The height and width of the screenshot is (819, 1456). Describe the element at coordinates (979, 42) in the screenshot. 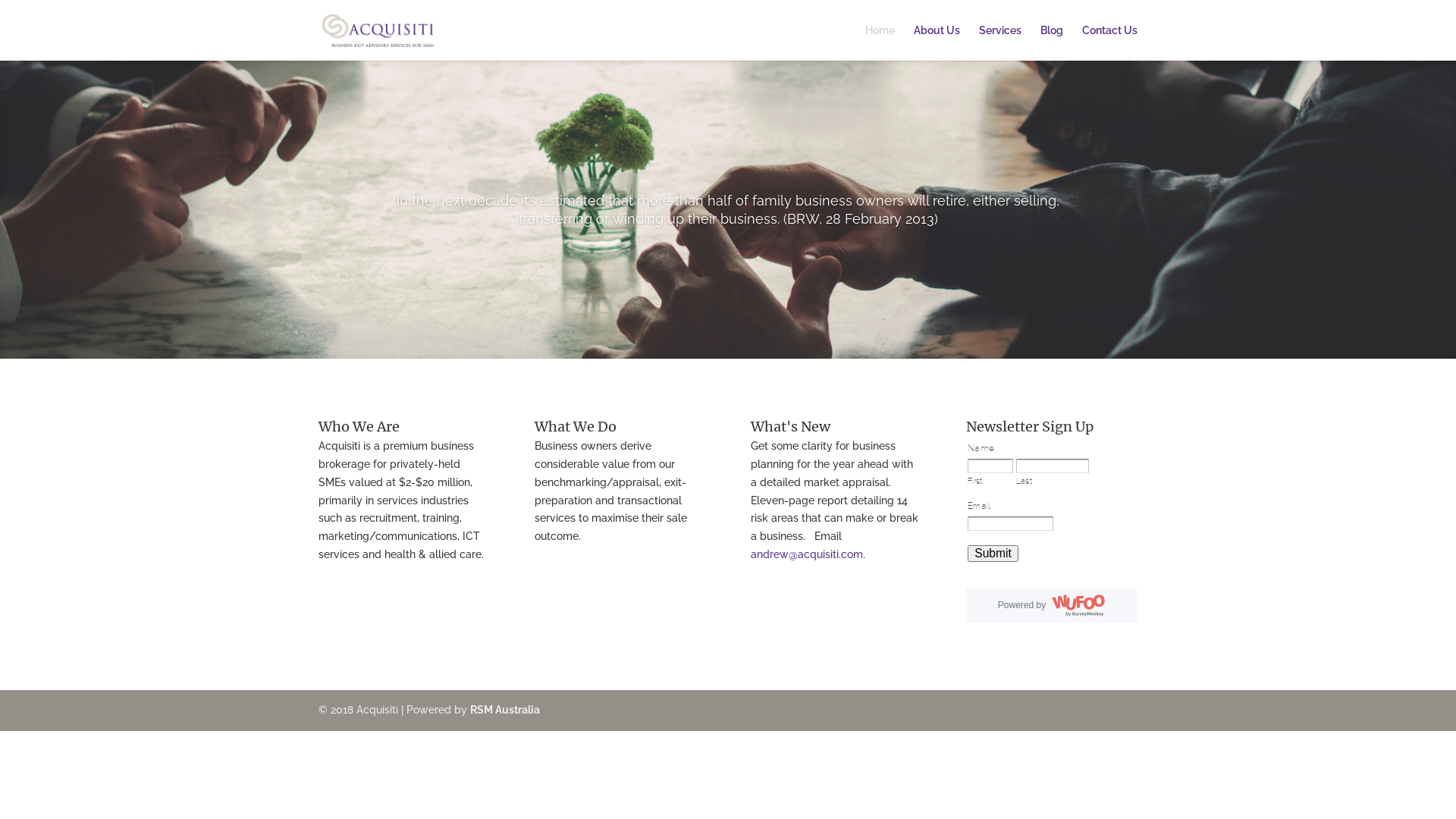

I see `'Services'` at that location.